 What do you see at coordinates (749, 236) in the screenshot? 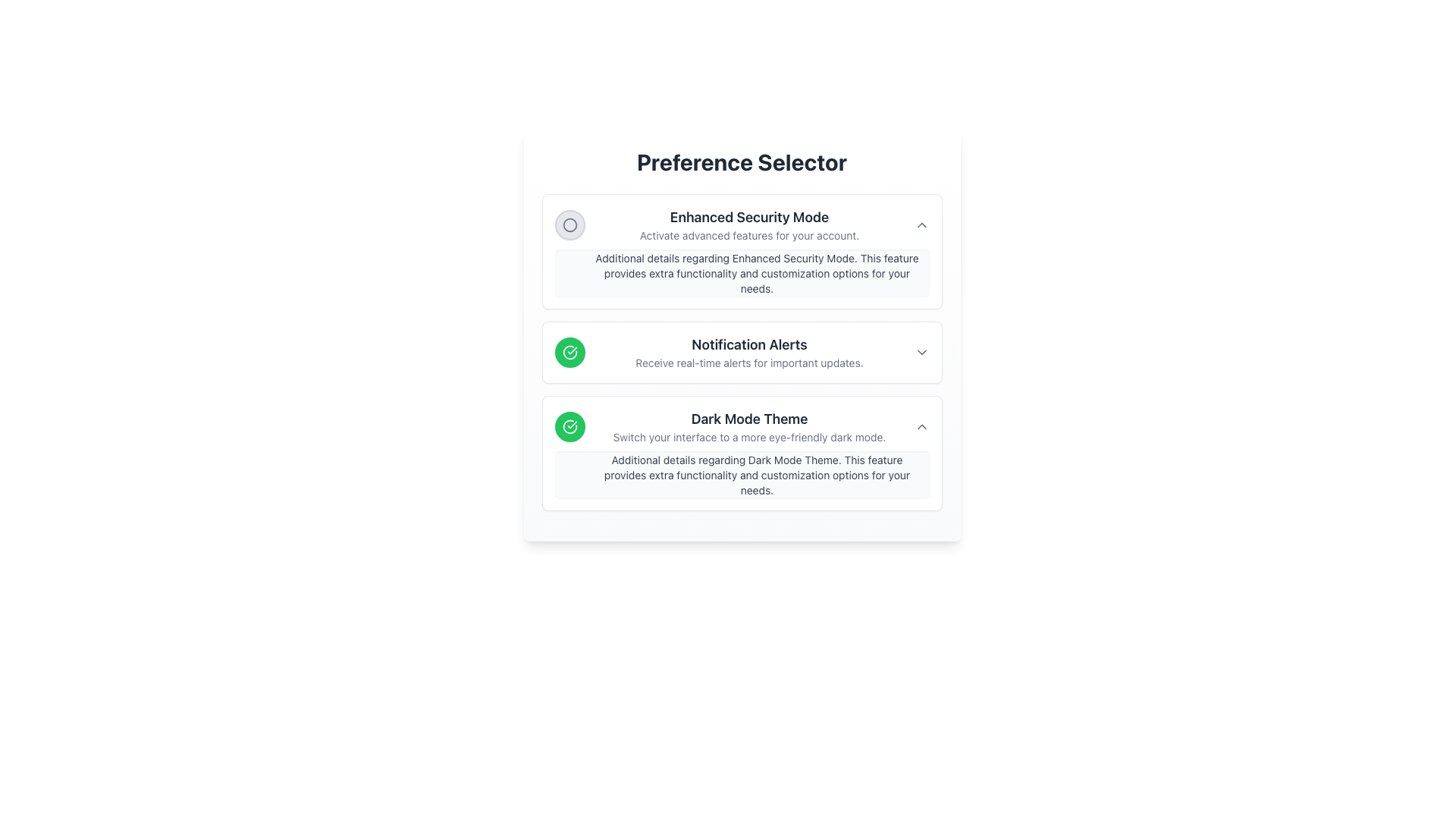
I see `the subtext element under the 'Enhanced Security Mode' heading, which provides a description of the feature` at bounding box center [749, 236].